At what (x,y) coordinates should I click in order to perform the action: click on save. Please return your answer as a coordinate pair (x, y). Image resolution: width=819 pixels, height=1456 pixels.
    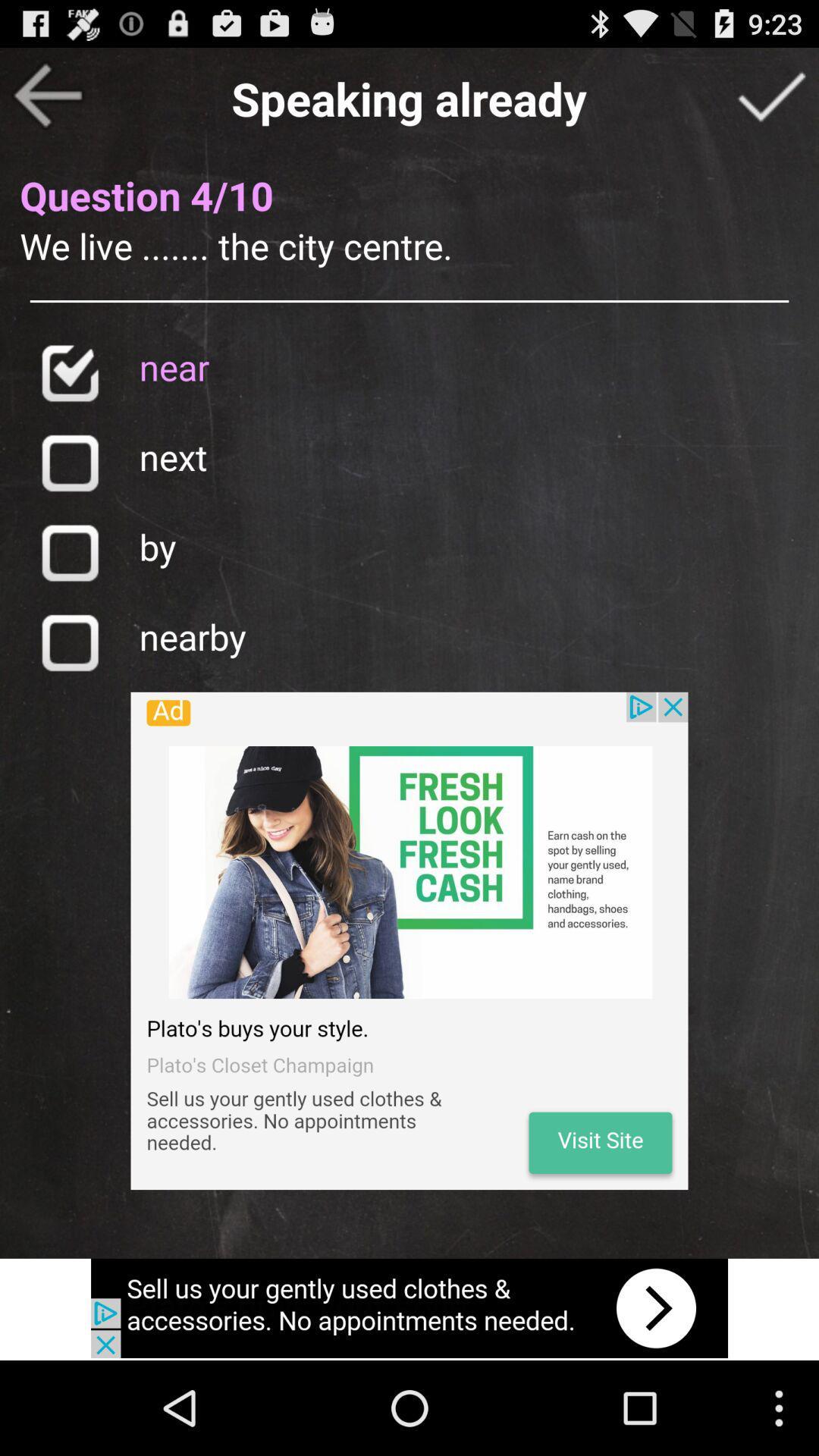
    Looking at the image, I should click on (69, 642).